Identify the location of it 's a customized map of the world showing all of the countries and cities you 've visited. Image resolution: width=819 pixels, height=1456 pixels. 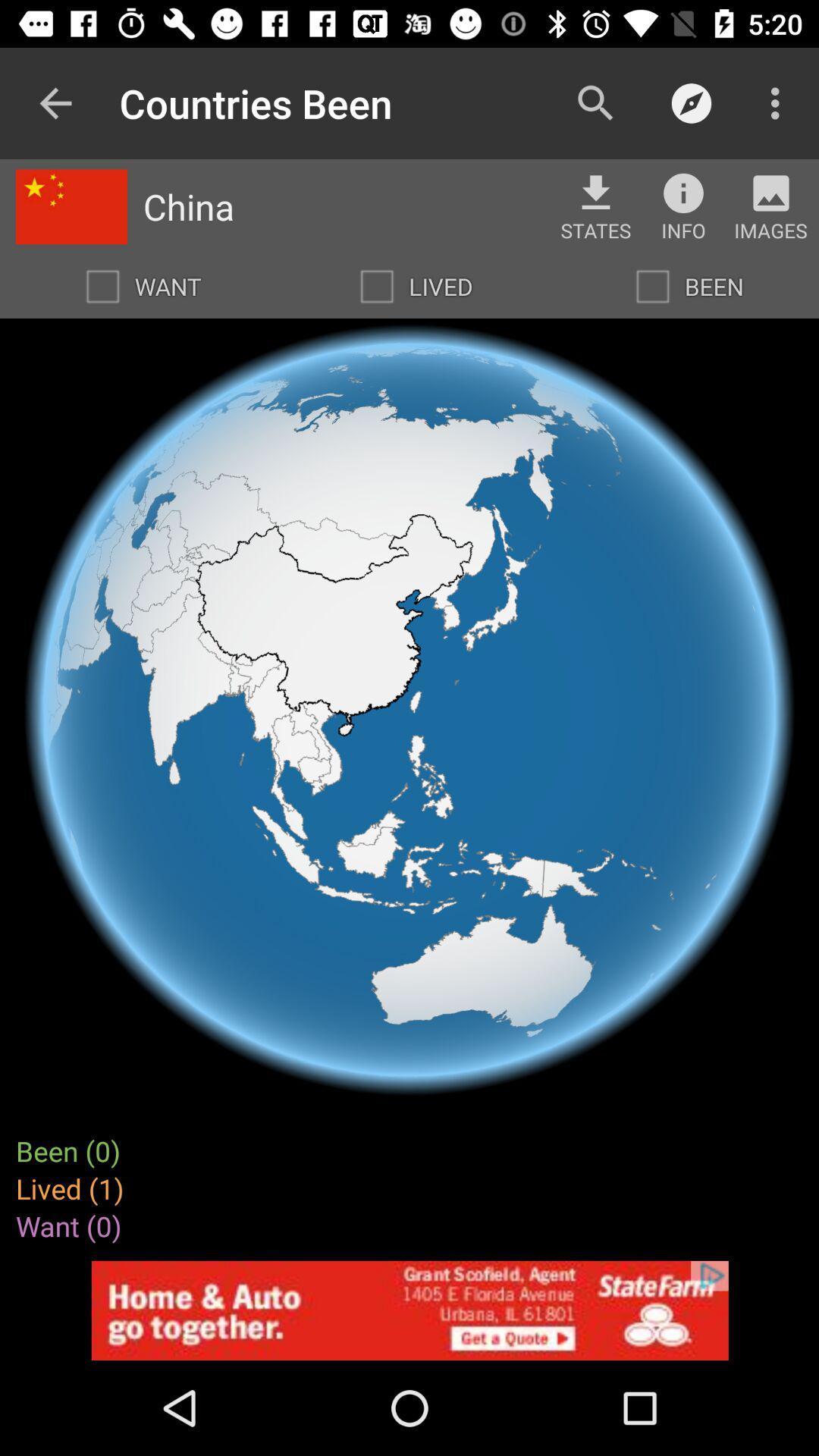
(651, 287).